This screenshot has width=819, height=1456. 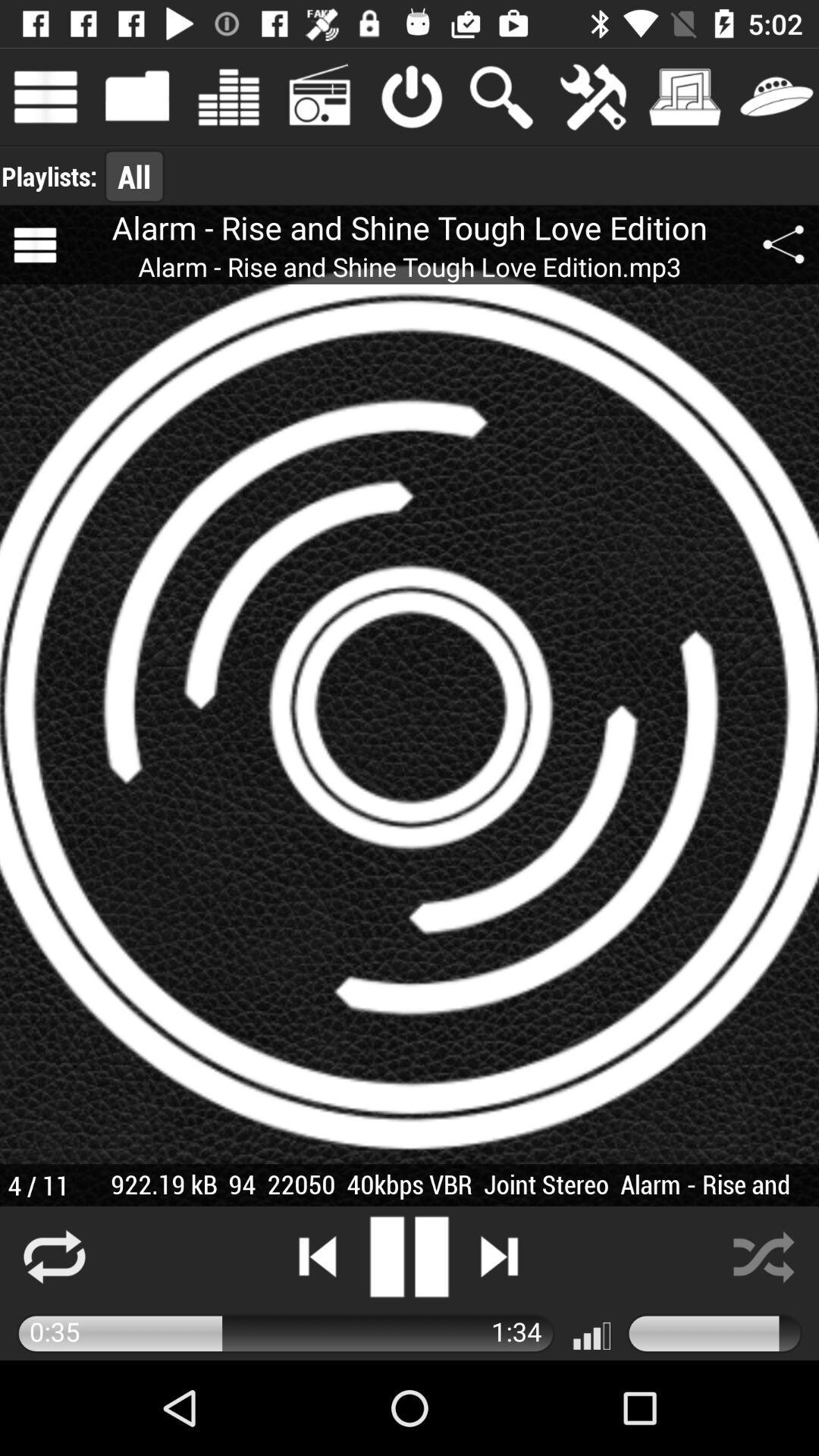 I want to click on the app to the right of alarm rise and item, so click(x=783, y=245).